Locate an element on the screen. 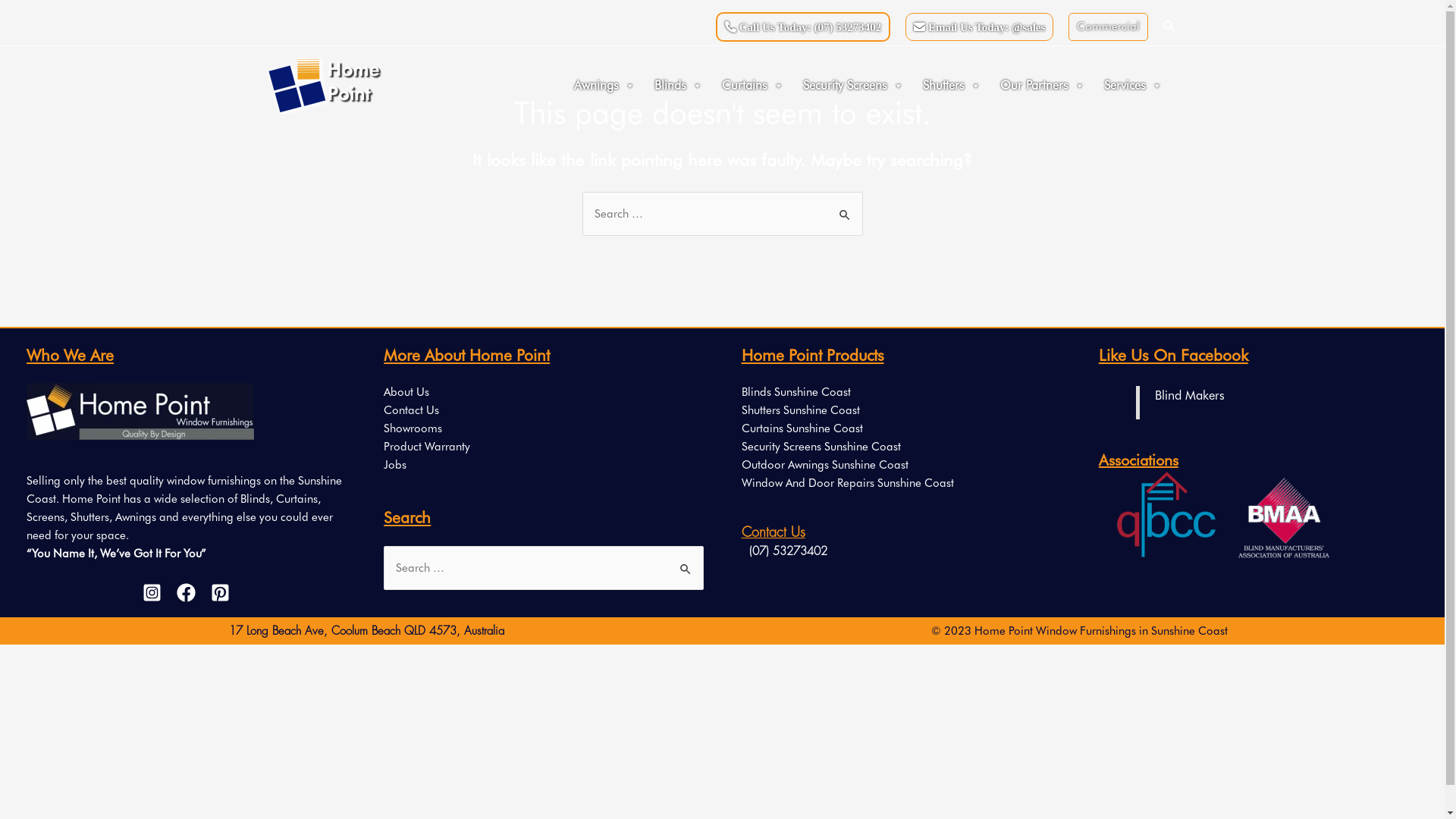 Image resolution: width=1456 pixels, height=819 pixels. 'Services' is located at coordinates (1099, 85).